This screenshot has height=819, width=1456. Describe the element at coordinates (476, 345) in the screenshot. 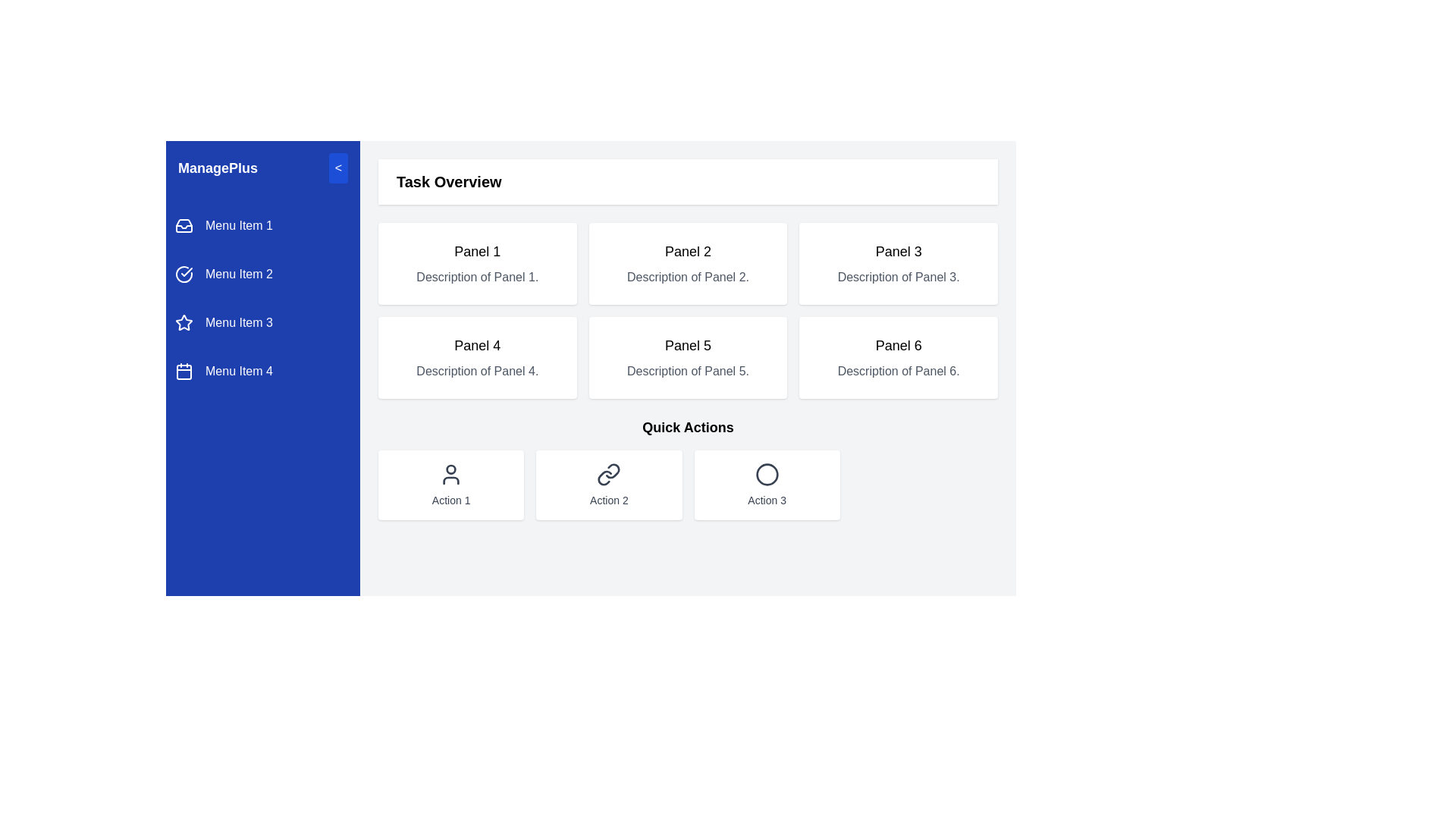

I see `text label that serves as a title for the card component located in the second row and first column of the grid layout, which displays 'Panel 4'` at that location.